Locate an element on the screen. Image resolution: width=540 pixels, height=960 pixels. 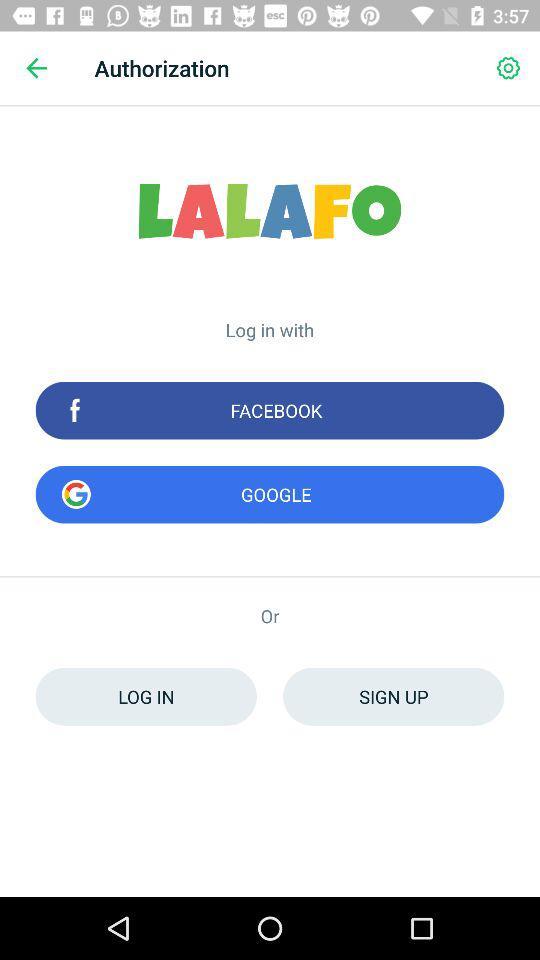
the sign up at the bottom right corner is located at coordinates (393, 696).